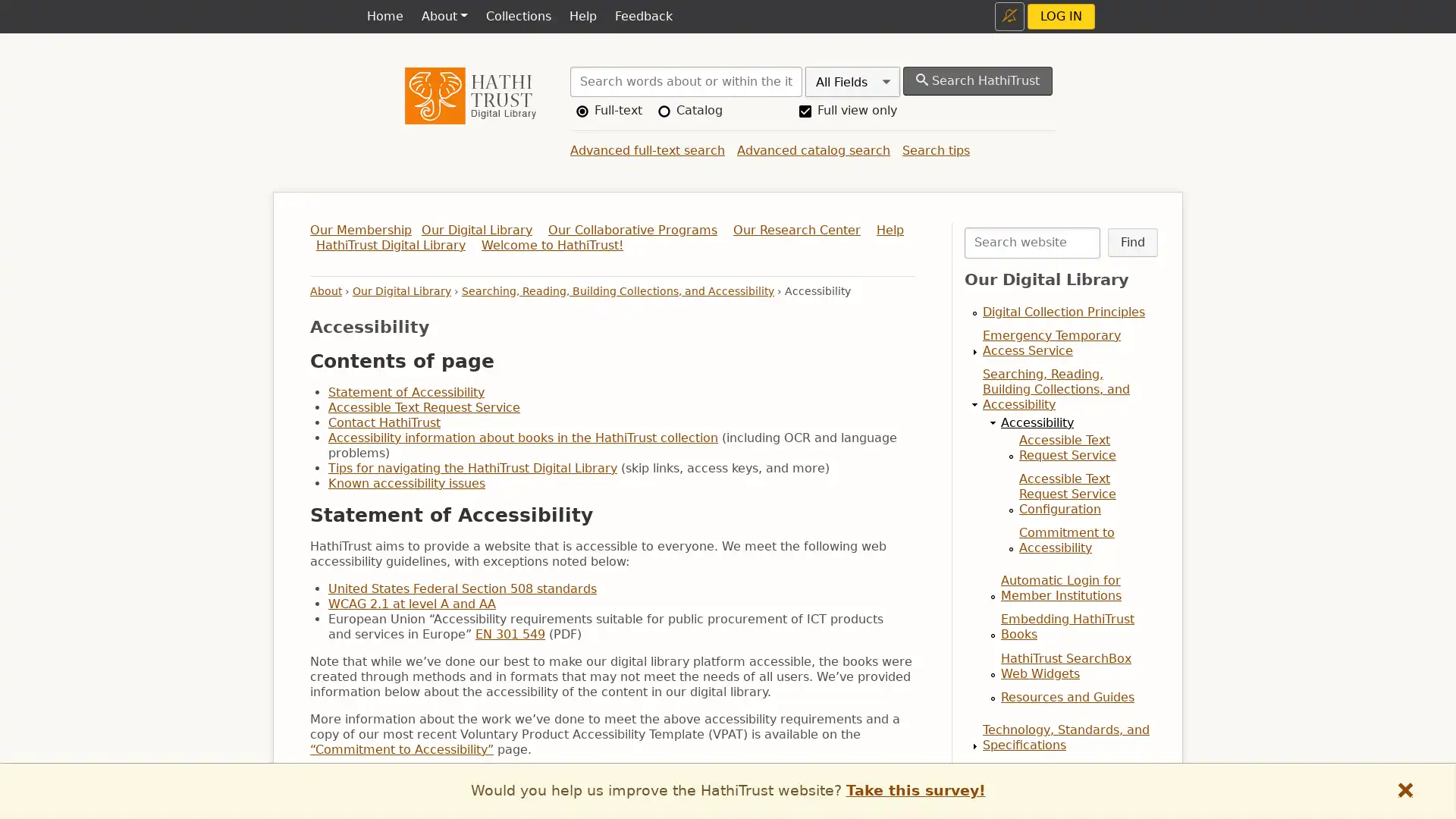  Describe the element at coordinates (1009, 16) in the screenshot. I see `Toggle Notifications` at that location.